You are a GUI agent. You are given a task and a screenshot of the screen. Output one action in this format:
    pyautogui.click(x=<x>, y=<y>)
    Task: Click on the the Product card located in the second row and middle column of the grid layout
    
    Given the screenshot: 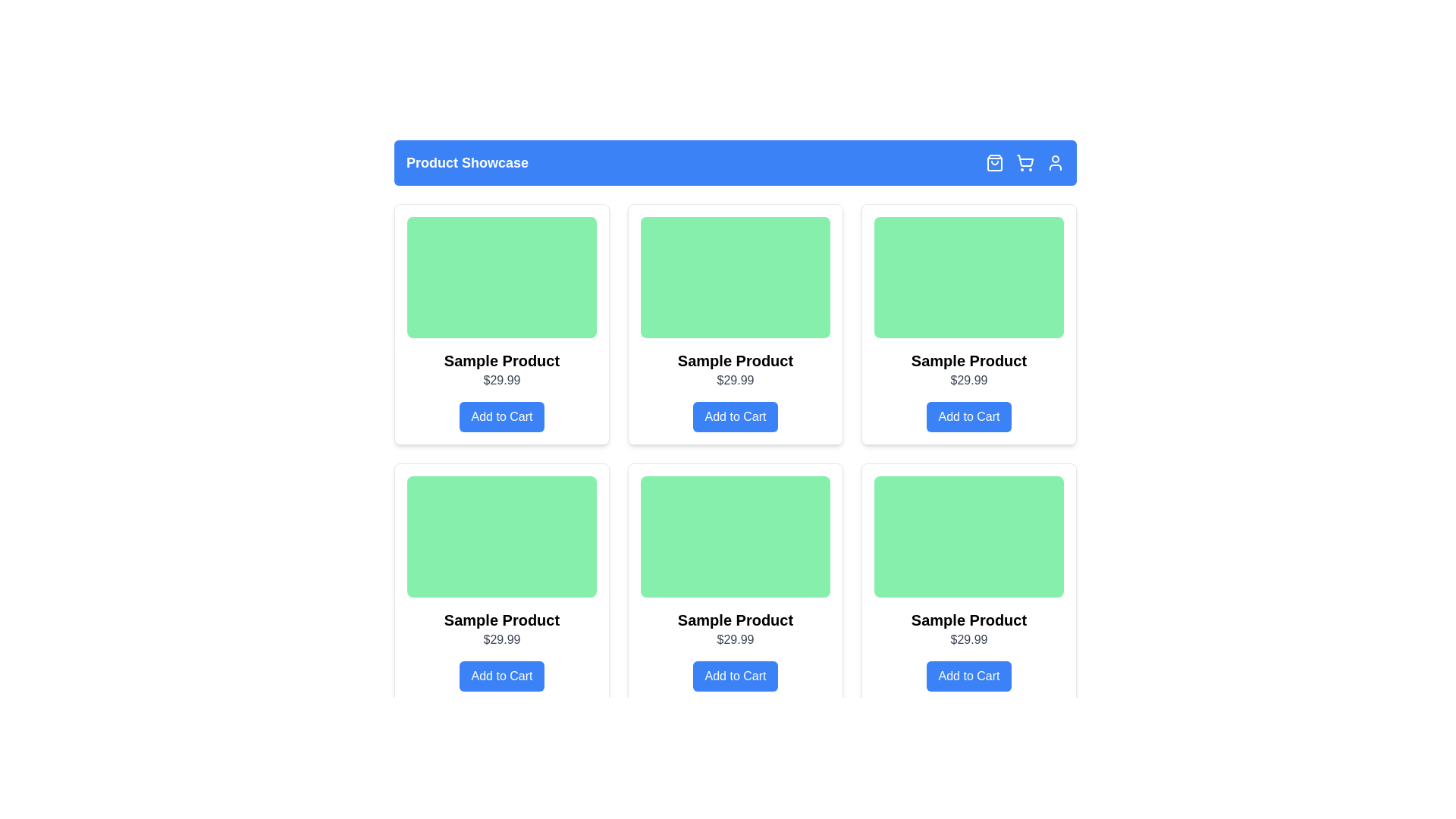 What is the action you would take?
    pyautogui.click(x=735, y=583)
    